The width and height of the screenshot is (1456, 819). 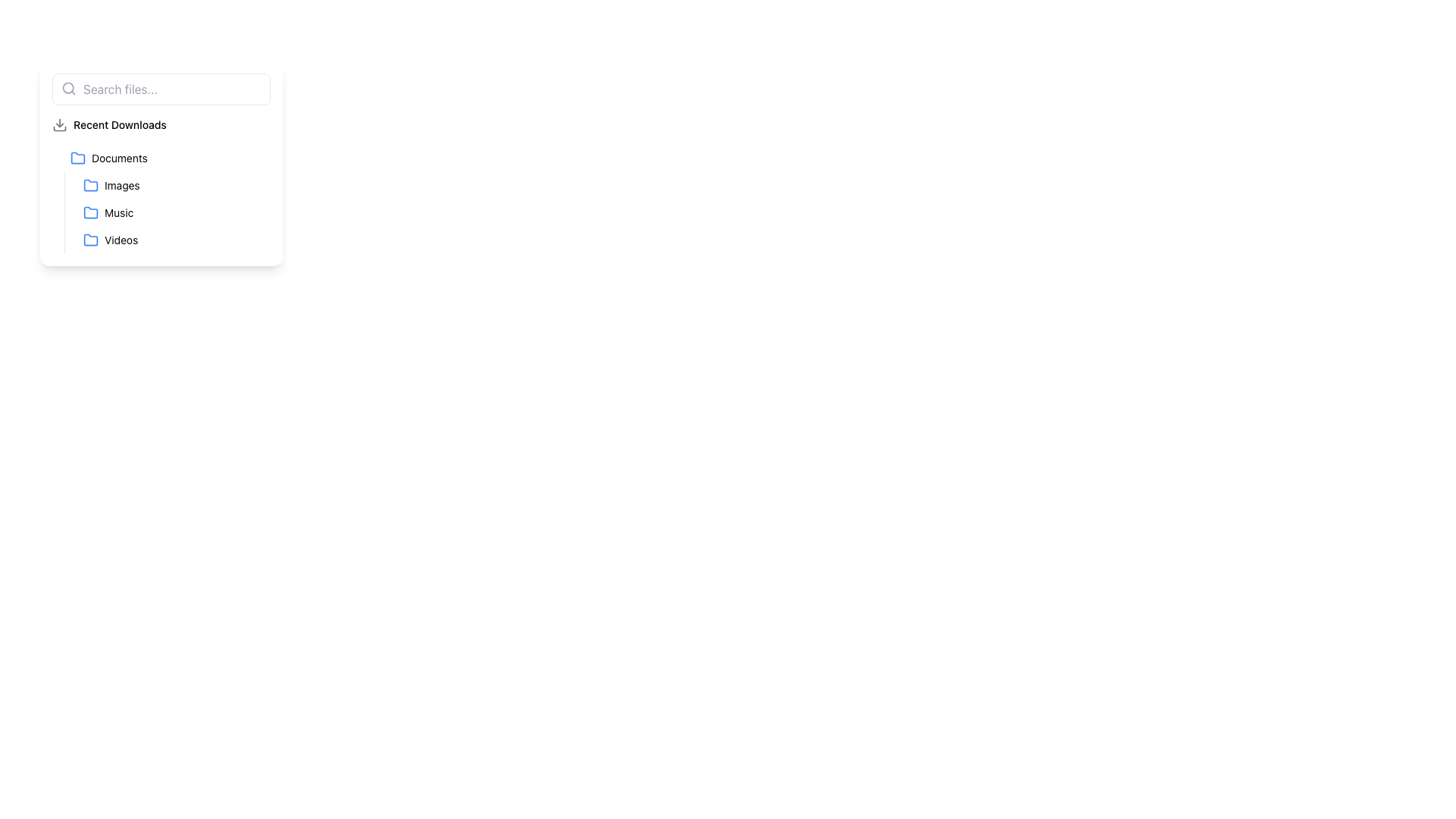 What do you see at coordinates (68, 88) in the screenshot?
I see `the magnifying glass icon representing the search feature, which is located at the top-left corner of the search input field` at bounding box center [68, 88].